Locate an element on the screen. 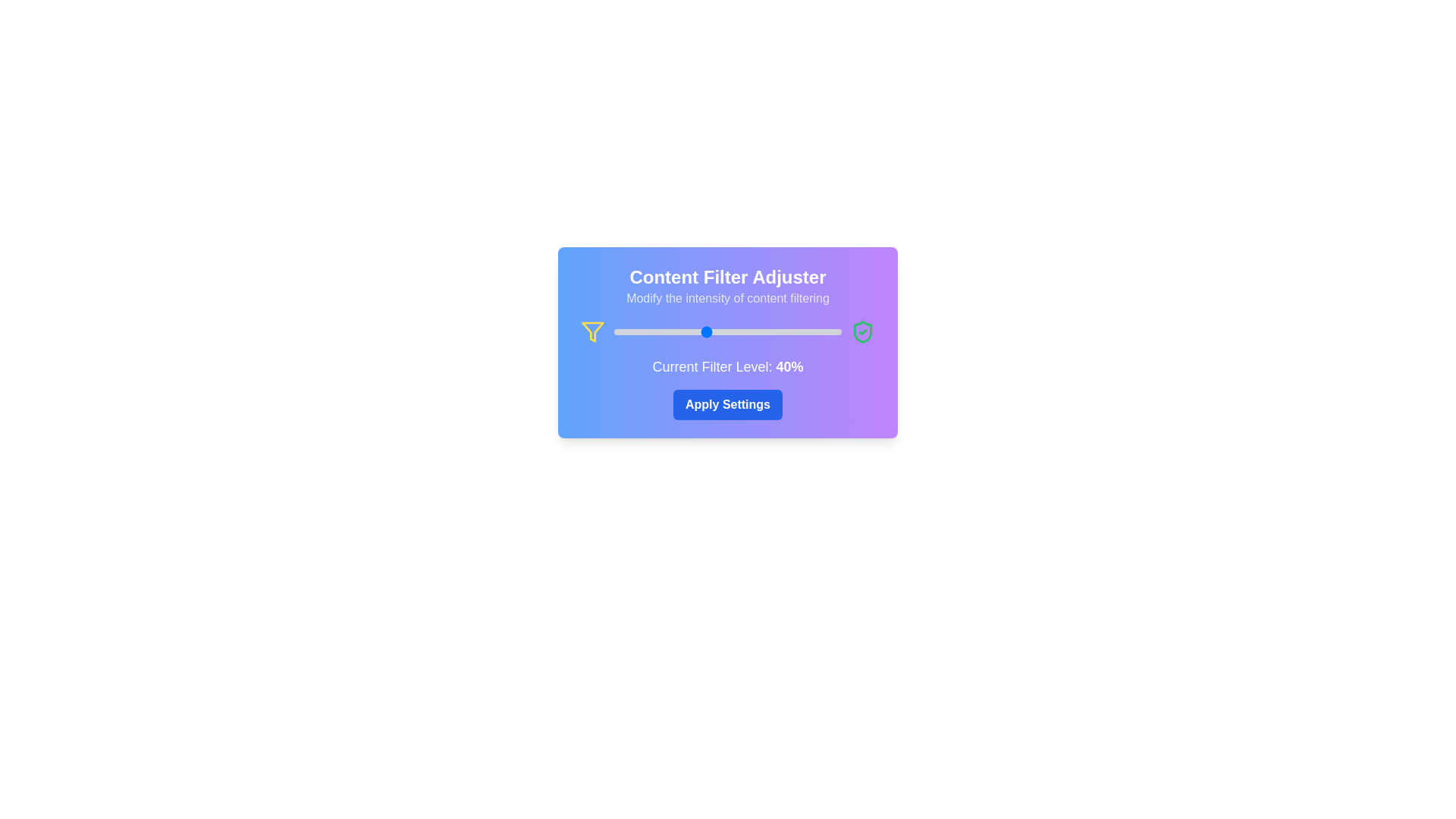 The width and height of the screenshot is (1456, 819). the content filter level to 13% by dragging the slider is located at coordinates (644, 331).